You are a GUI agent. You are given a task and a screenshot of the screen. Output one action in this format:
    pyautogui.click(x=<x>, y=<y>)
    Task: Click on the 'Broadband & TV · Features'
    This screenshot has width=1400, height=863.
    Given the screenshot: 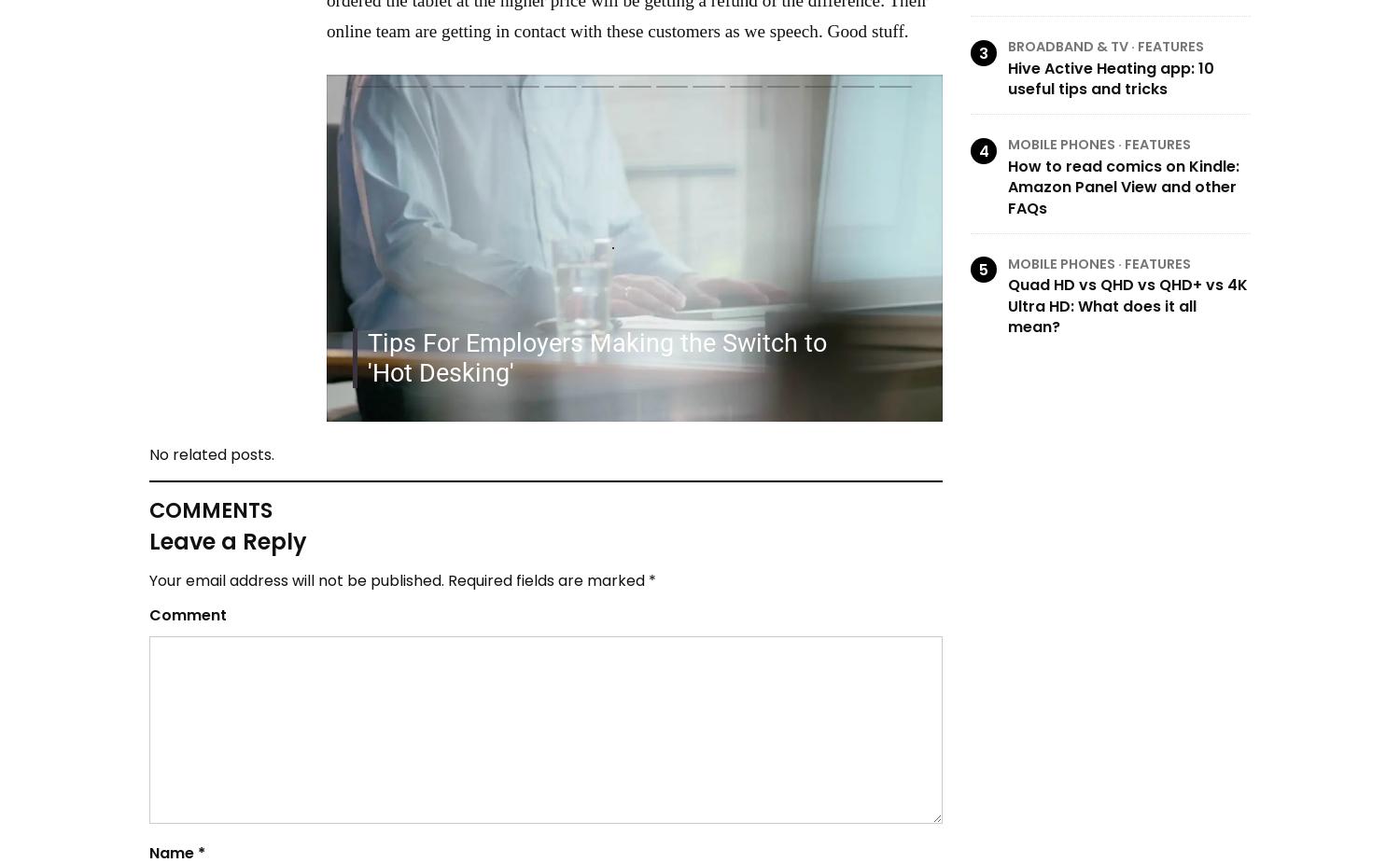 What is the action you would take?
    pyautogui.click(x=1106, y=46)
    